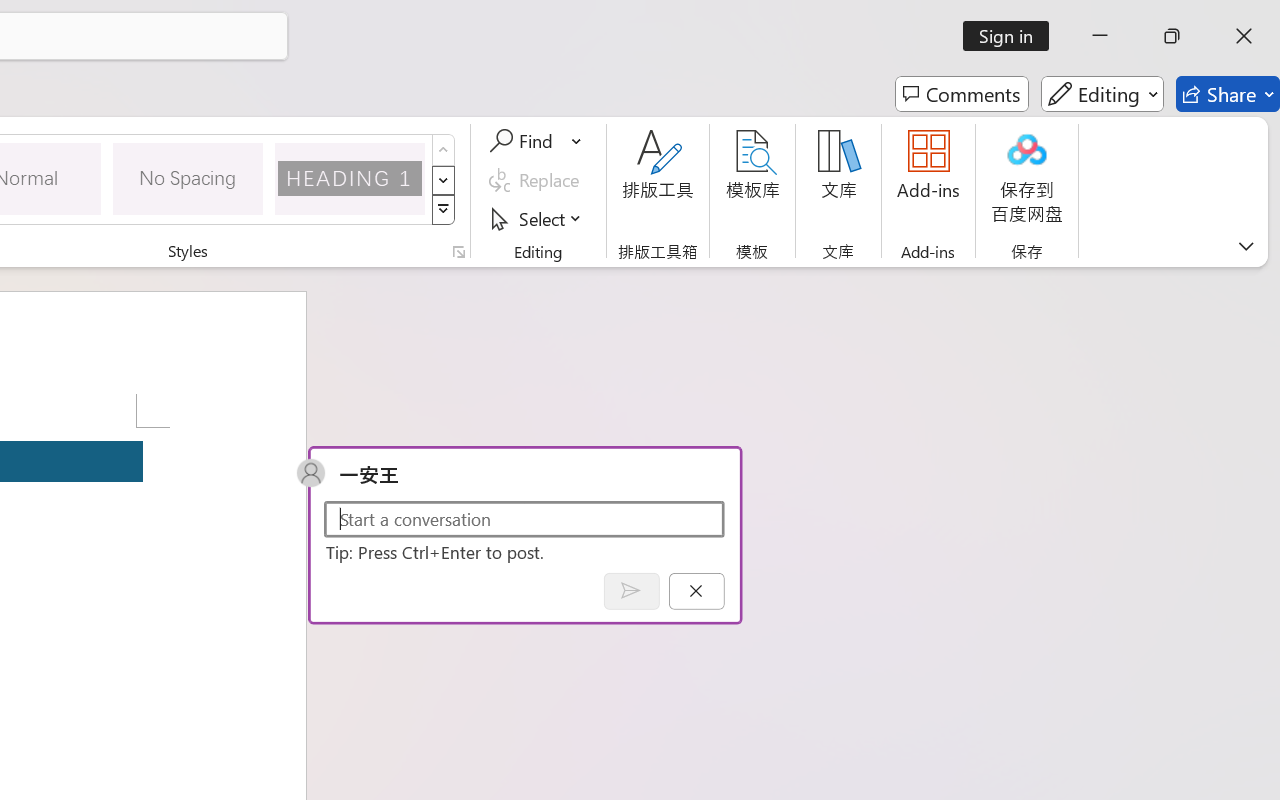 Image resolution: width=1280 pixels, height=800 pixels. I want to click on 'Cancel', so click(696, 590).